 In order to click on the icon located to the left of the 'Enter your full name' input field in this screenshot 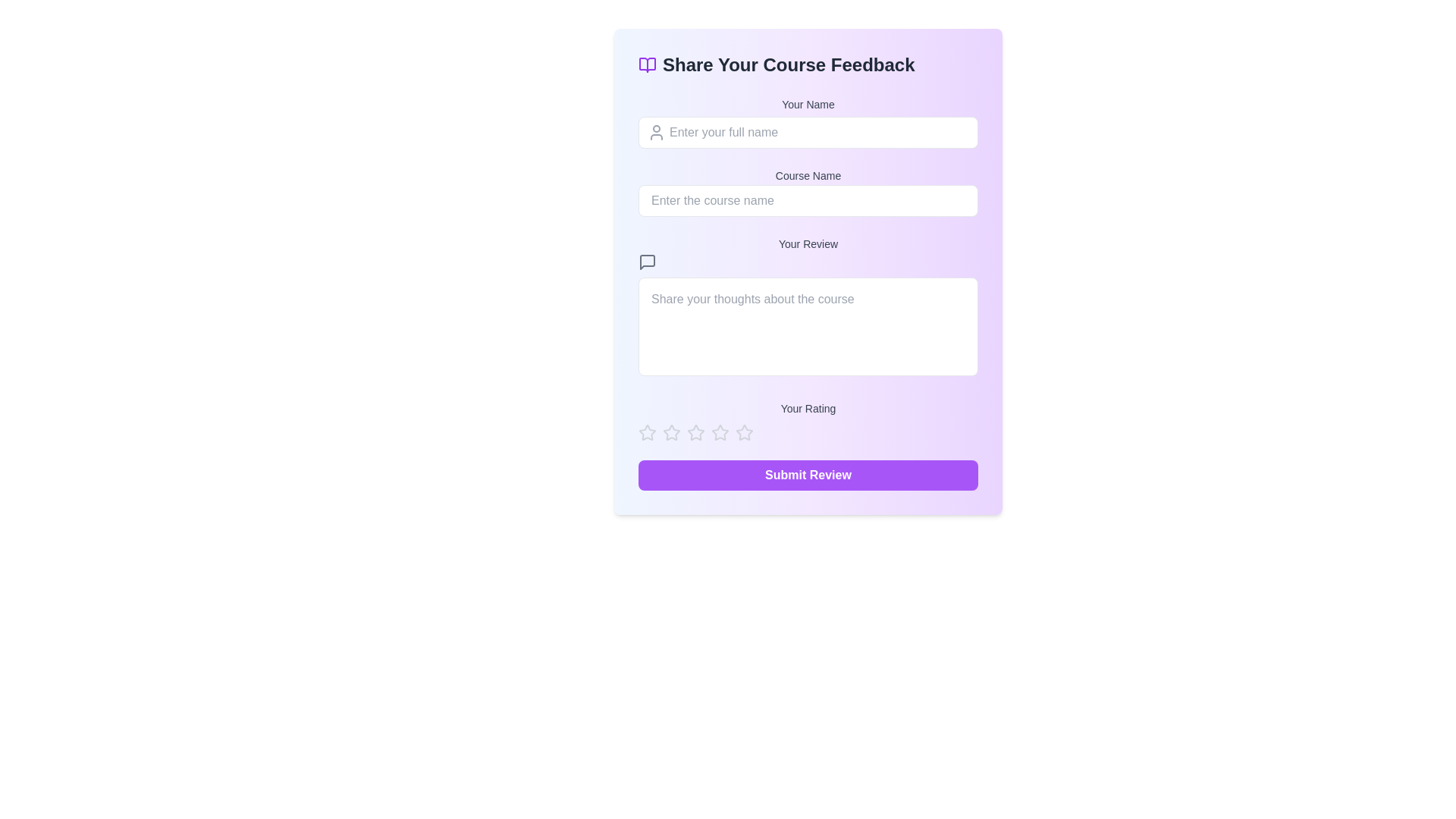, I will do `click(656, 131)`.